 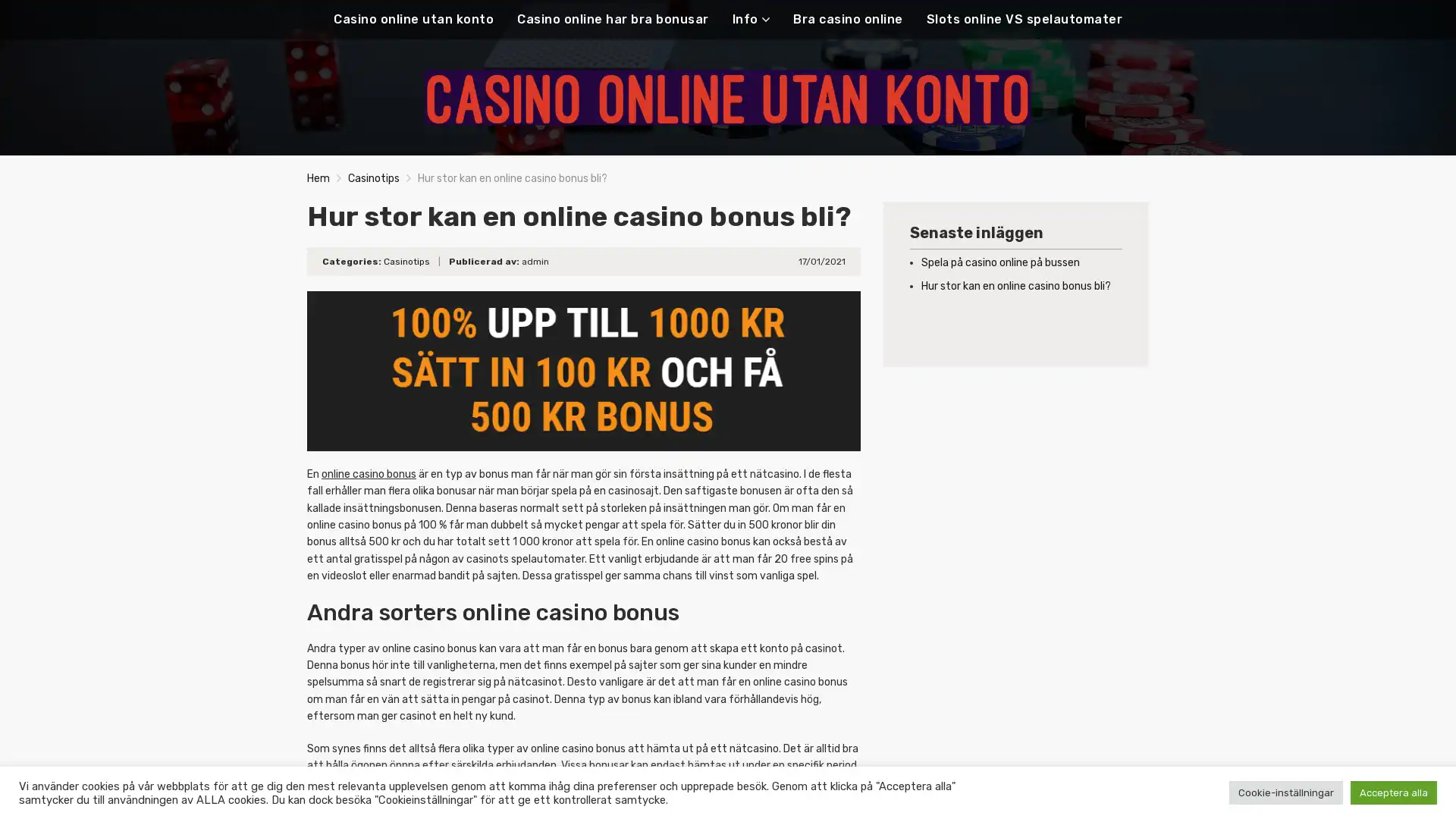 I want to click on Cookie-installningar, so click(x=1285, y=792).